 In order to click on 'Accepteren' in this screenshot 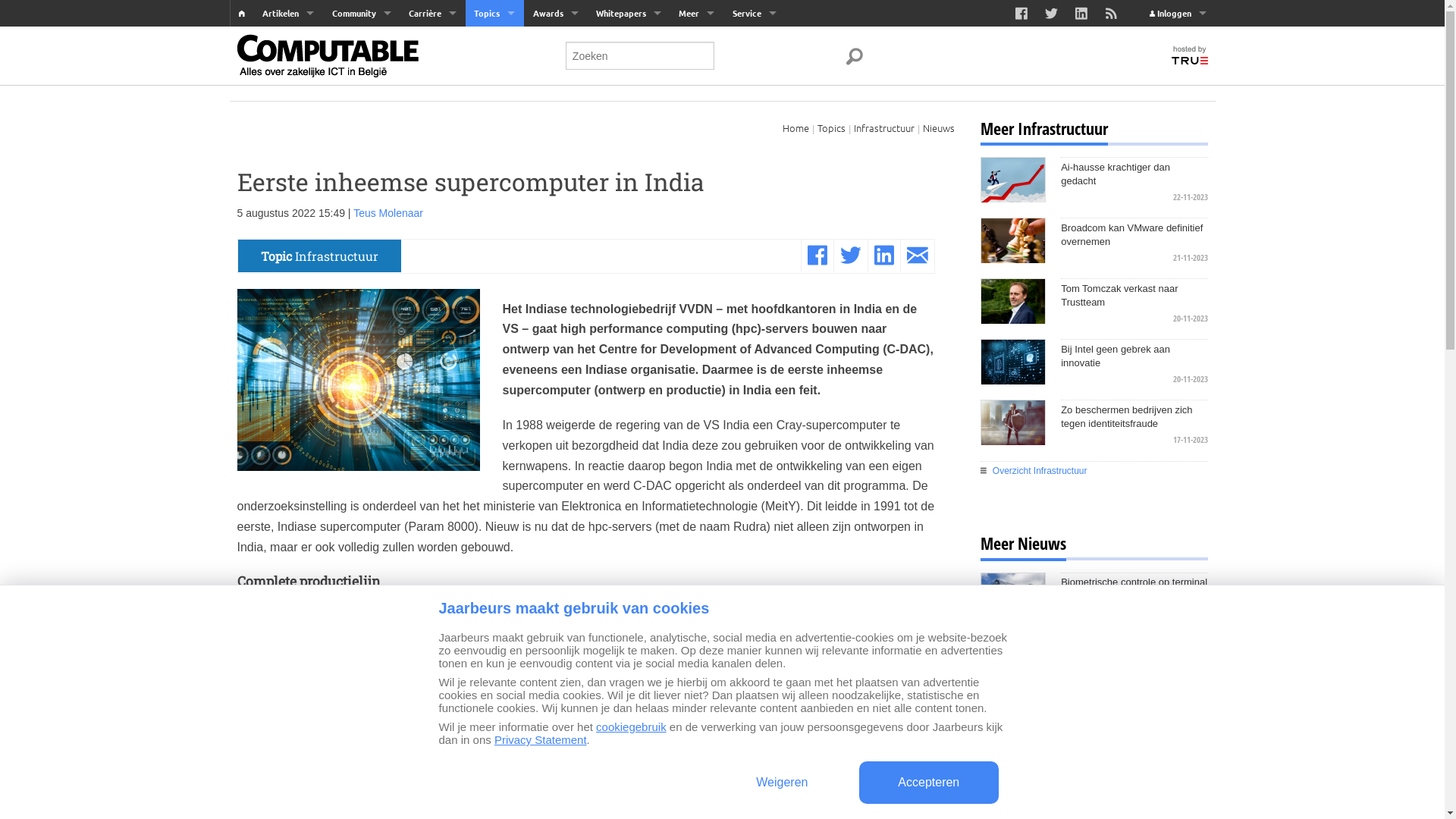, I will do `click(927, 783)`.